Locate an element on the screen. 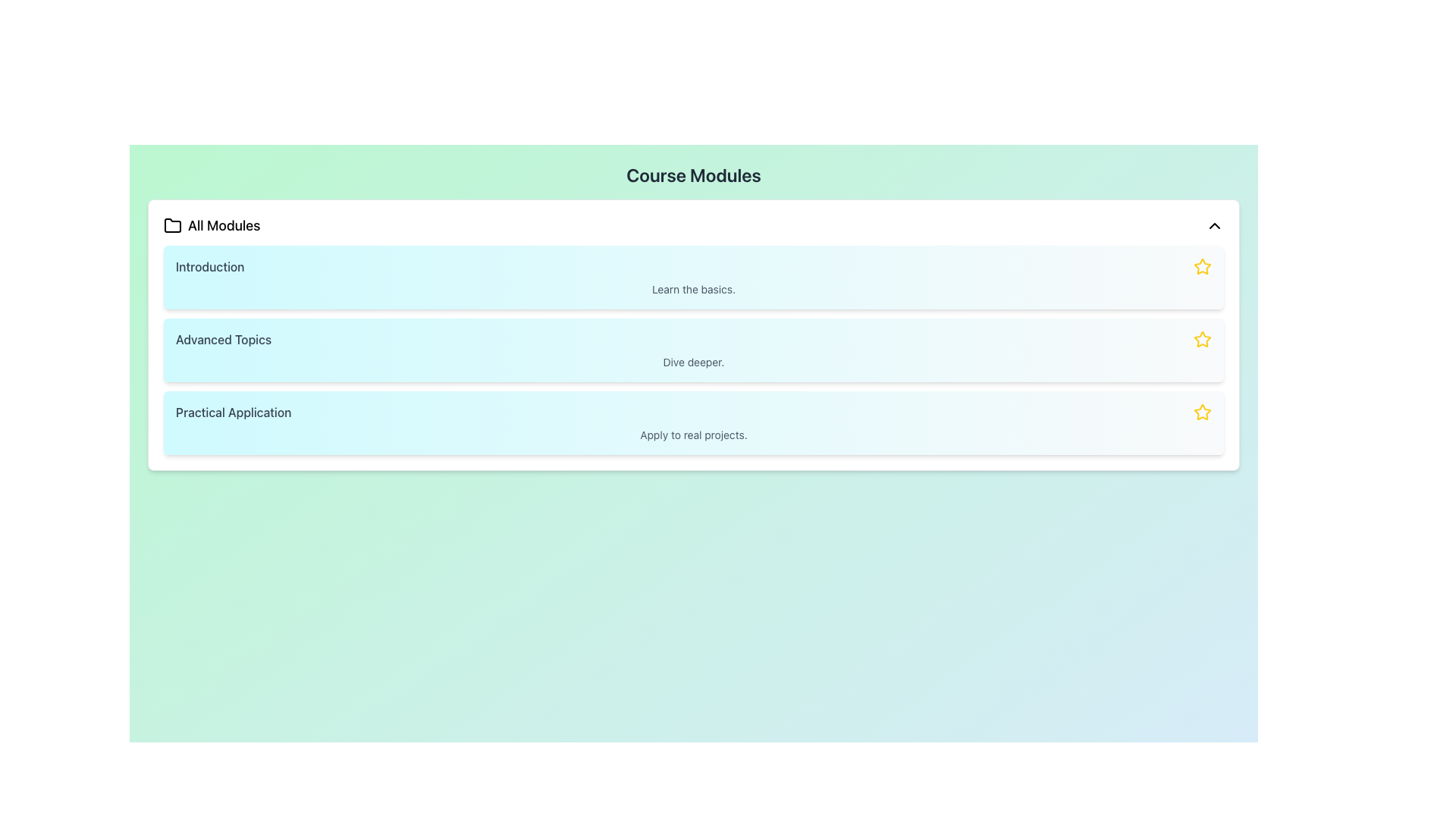 The height and width of the screenshot is (819, 1456). the yellow outlined star icon located to the right of the 'Advanced Topics' text is located at coordinates (1201, 338).